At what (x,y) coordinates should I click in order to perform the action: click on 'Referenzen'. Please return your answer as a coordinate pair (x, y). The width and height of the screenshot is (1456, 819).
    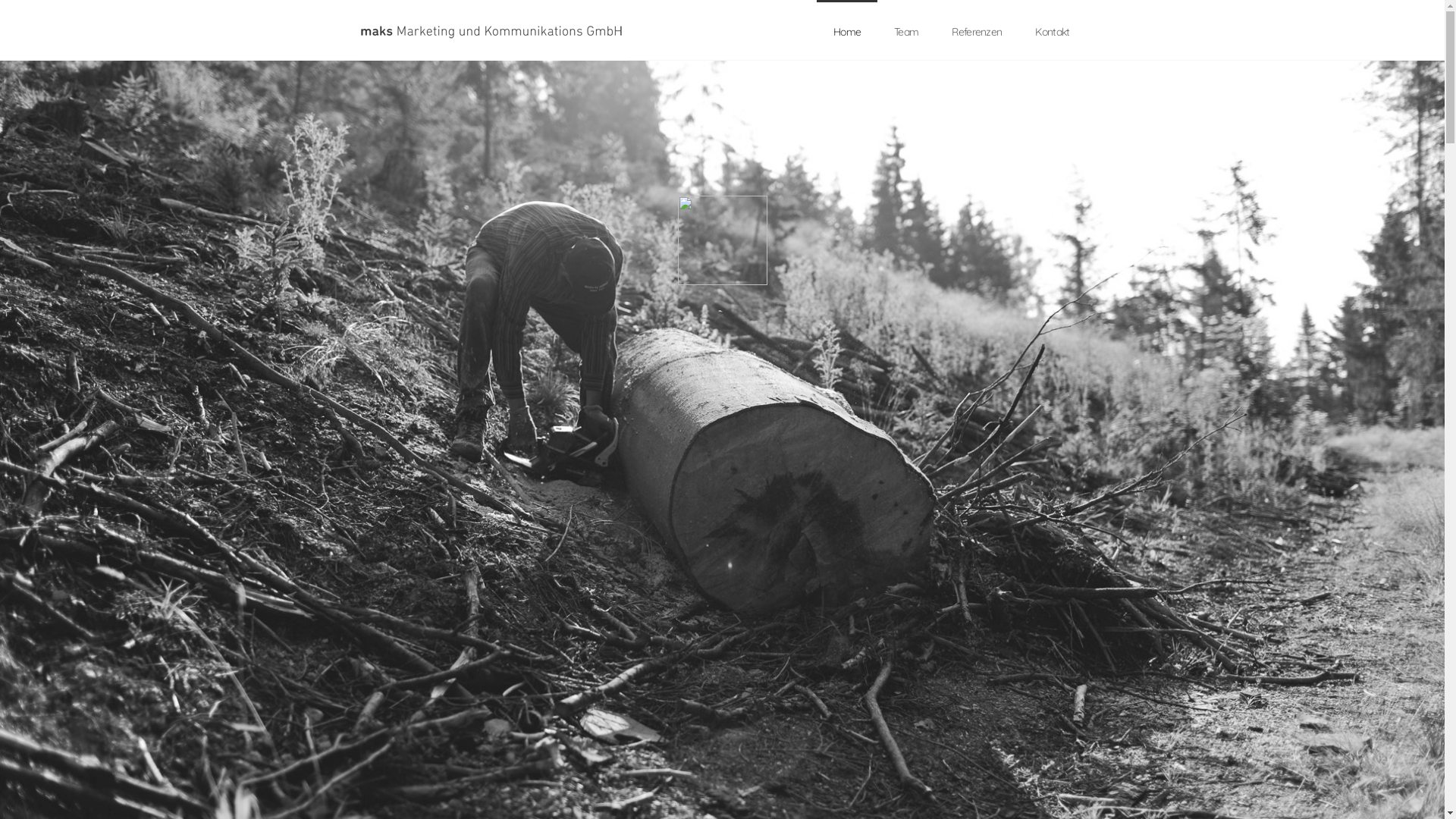
    Looking at the image, I should click on (976, 31).